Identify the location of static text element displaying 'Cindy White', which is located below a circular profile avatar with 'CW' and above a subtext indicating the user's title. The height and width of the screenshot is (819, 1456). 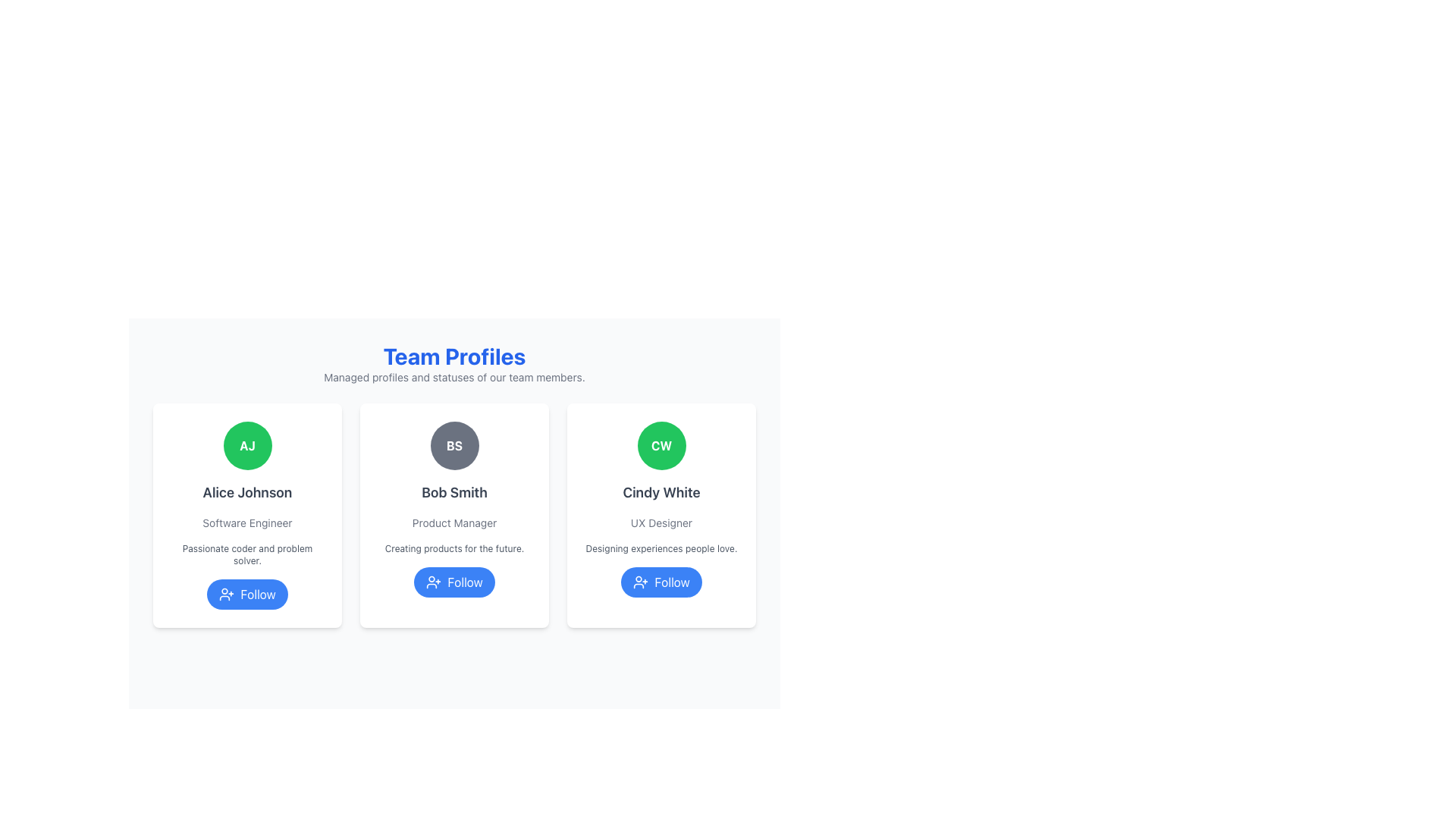
(661, 493).